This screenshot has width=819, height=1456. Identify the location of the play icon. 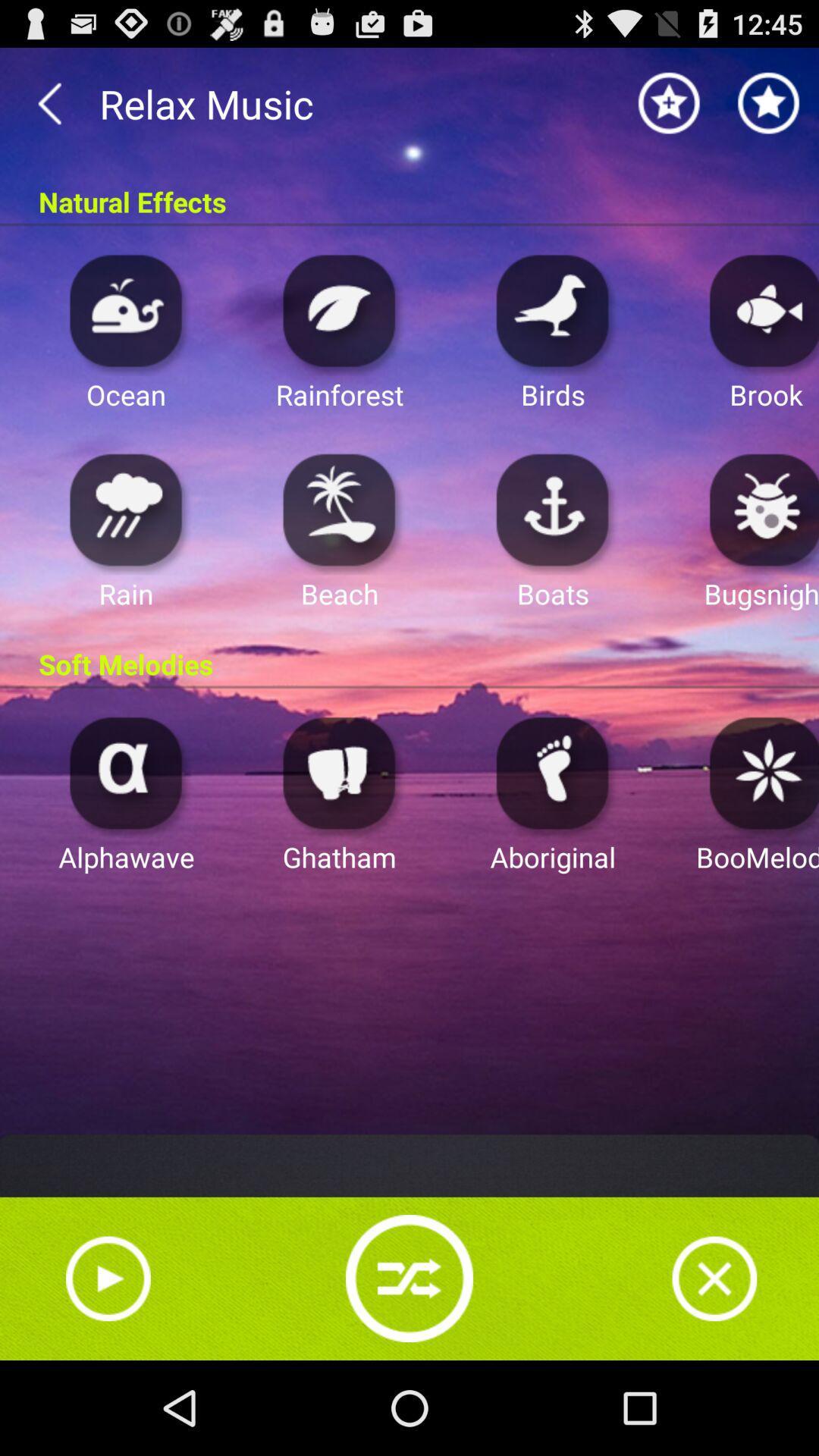
(107, 1368).